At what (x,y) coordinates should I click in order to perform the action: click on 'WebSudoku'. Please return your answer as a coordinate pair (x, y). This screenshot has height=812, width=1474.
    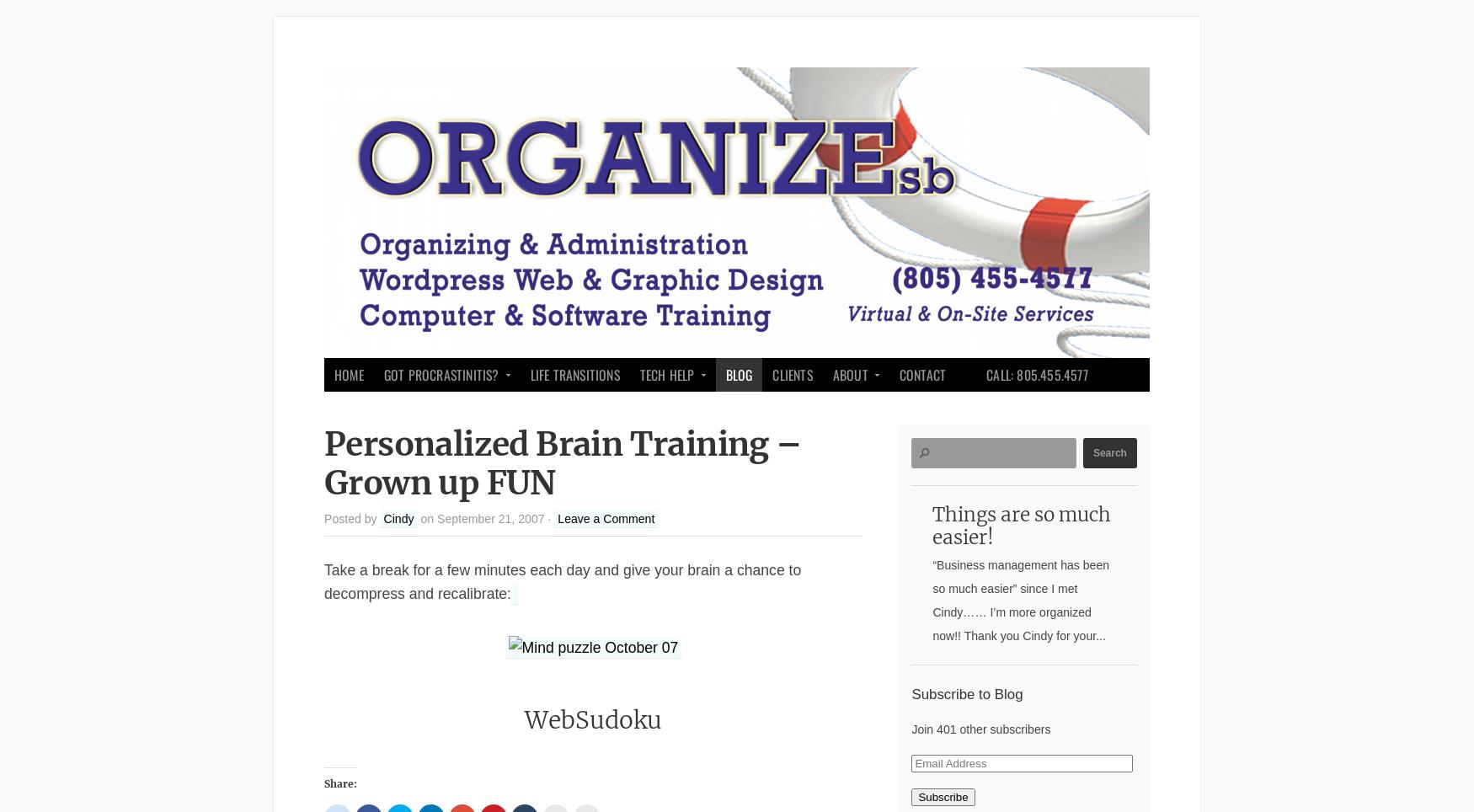
    Looking at the image, I should click on (523, 719).